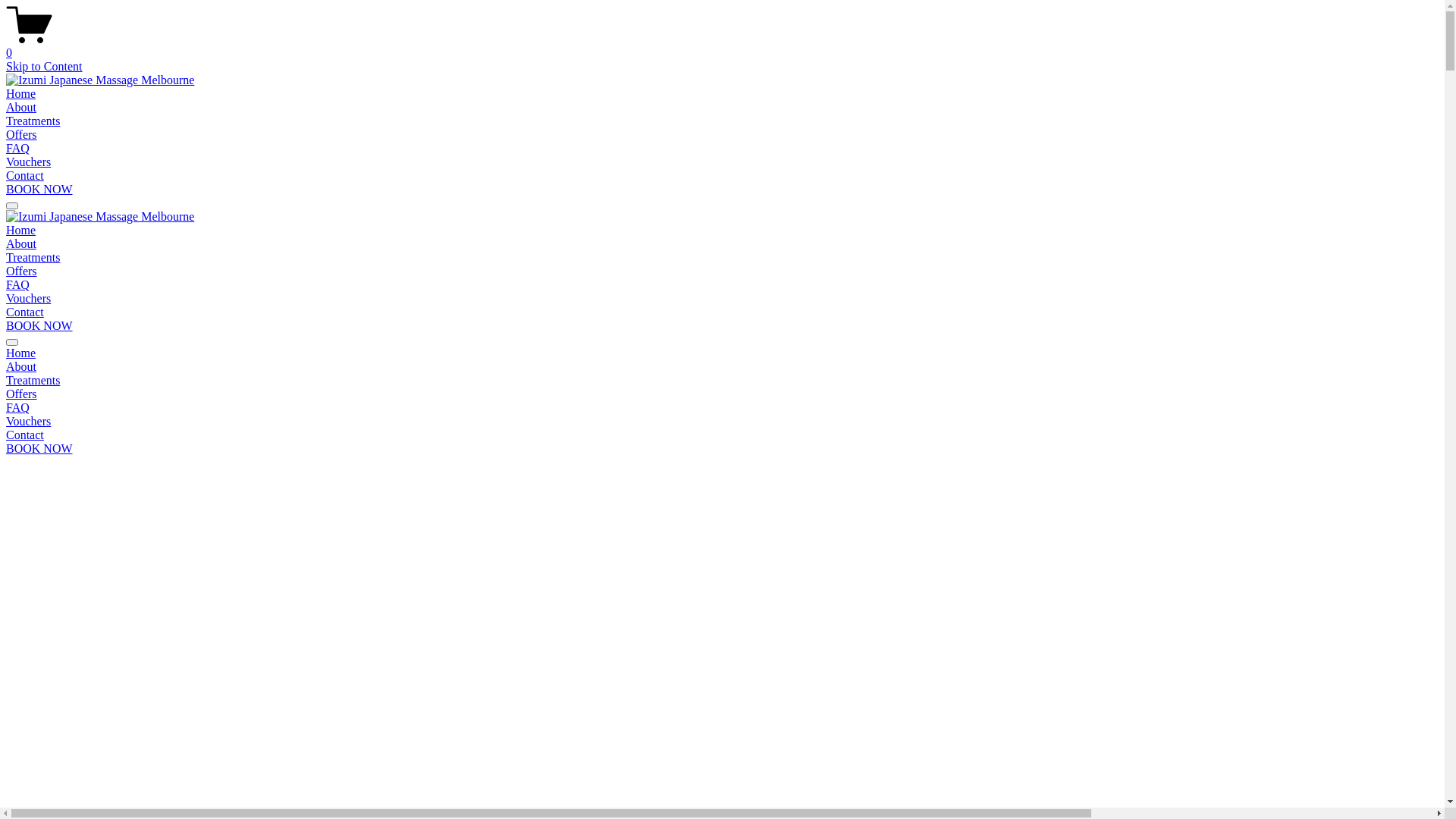  Describe the element at coordinates (28, 162) in the screenshot. I see `'Vouchers'` at that location.